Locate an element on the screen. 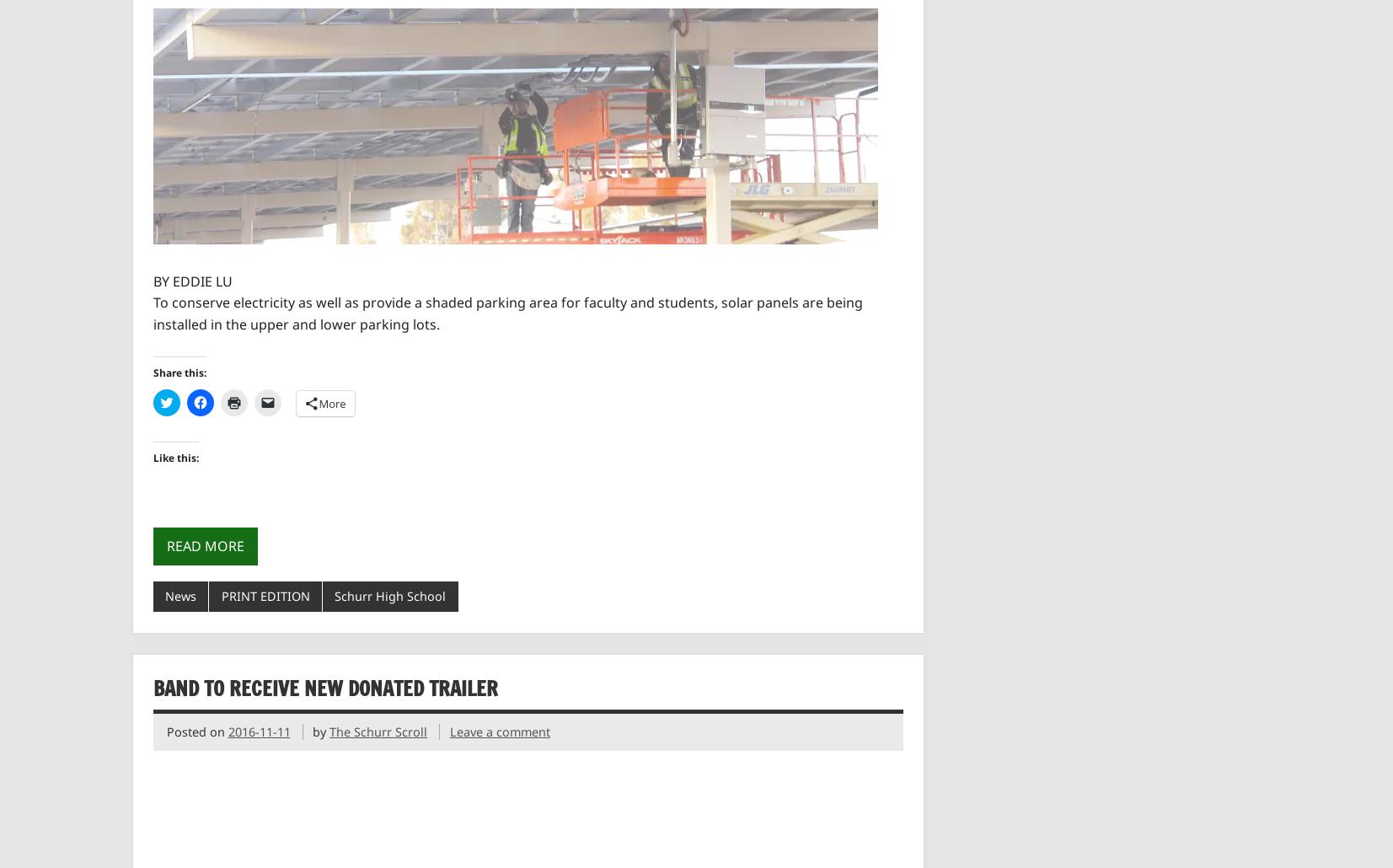 The height and width of the screenshot is (868, 1393). 'Band to receive new donated trailer' is located at coordinates (324, 686).